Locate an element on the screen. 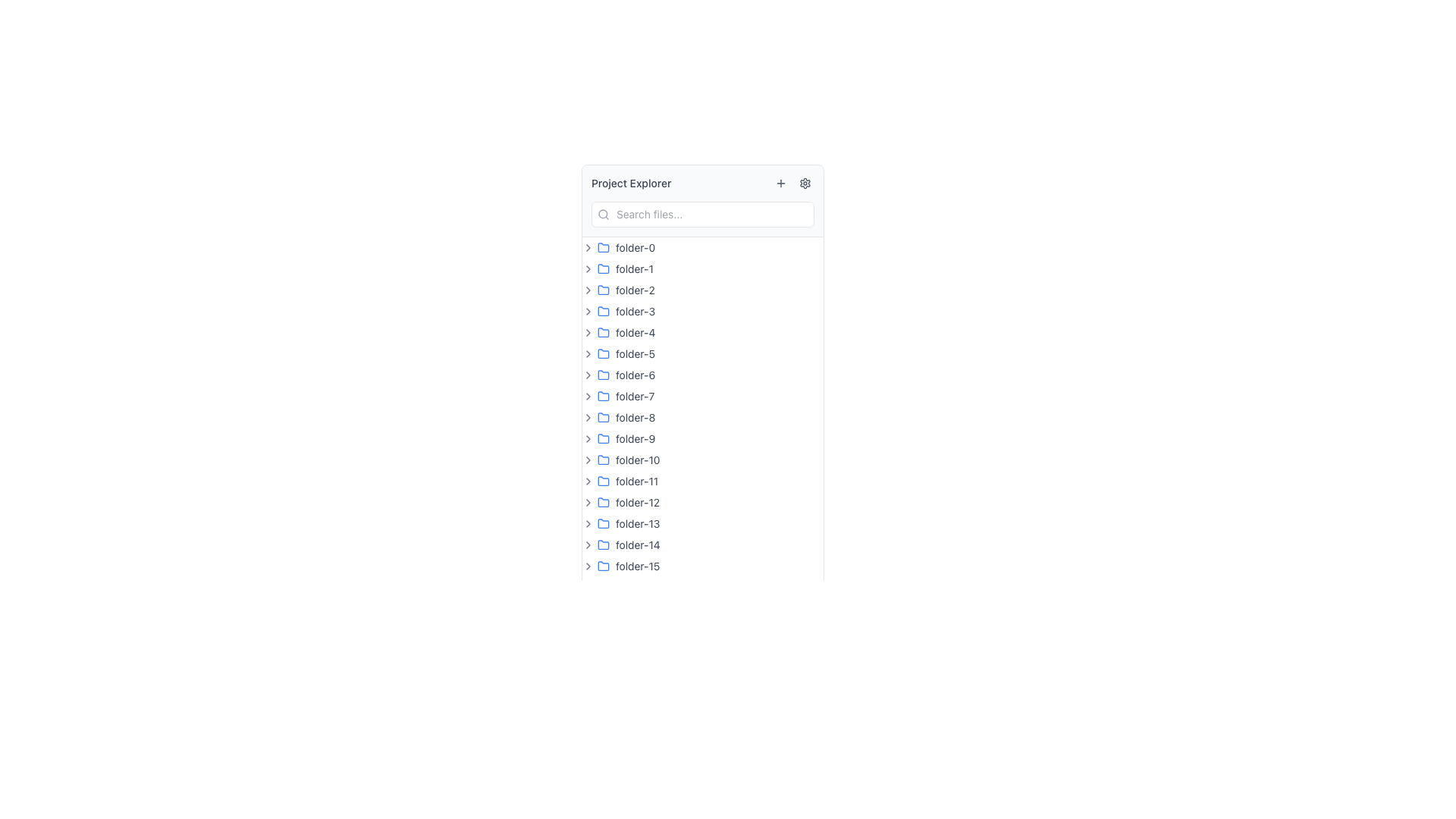 The height and width of the screenshot is (819, 1456). the folder icon with a blue outline located beside the text 'folder-9' in the Project Explorer menu is located at coordinates (603, 438).